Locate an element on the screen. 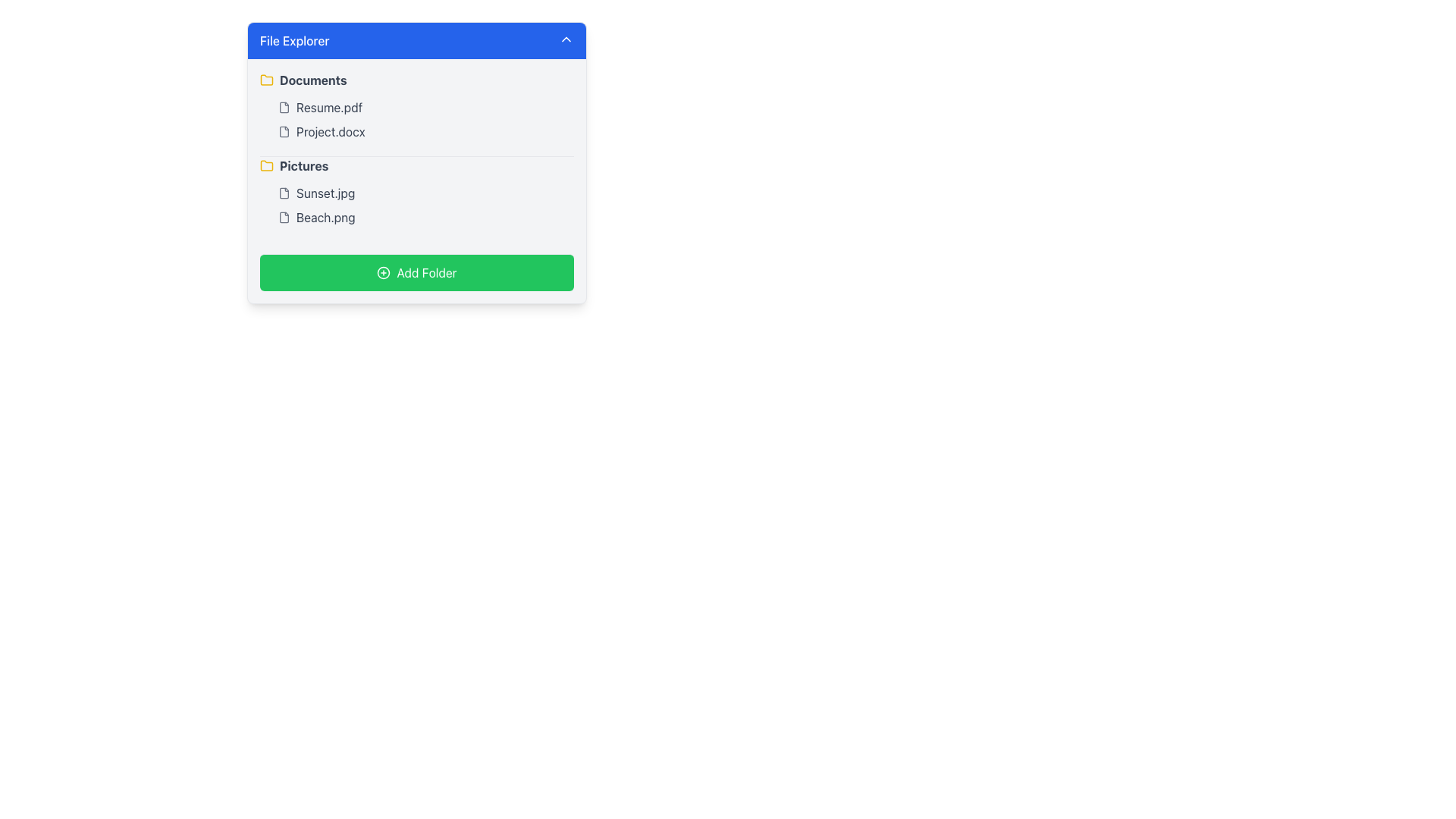 The width and height of the screenshot is (1456, 819). the File entry element displaying 'Project.docx', which is the second item in the 'Documents' section, located below 'Resume.pdf' is located at coordinates (425, 130).